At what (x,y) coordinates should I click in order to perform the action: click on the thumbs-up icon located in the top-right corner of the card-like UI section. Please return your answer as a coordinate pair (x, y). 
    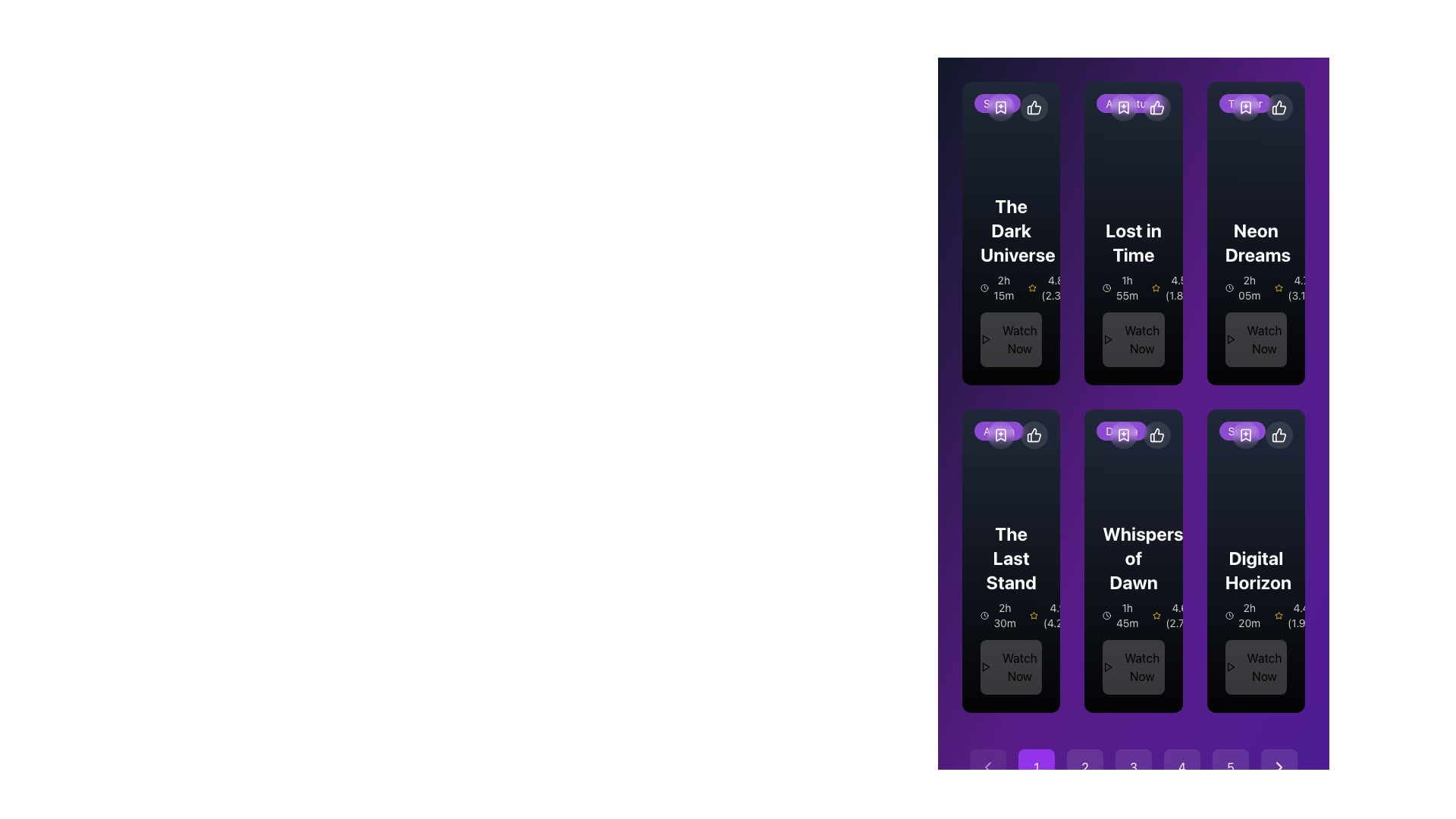
    Looking at the image, I should click on (1278, 435).